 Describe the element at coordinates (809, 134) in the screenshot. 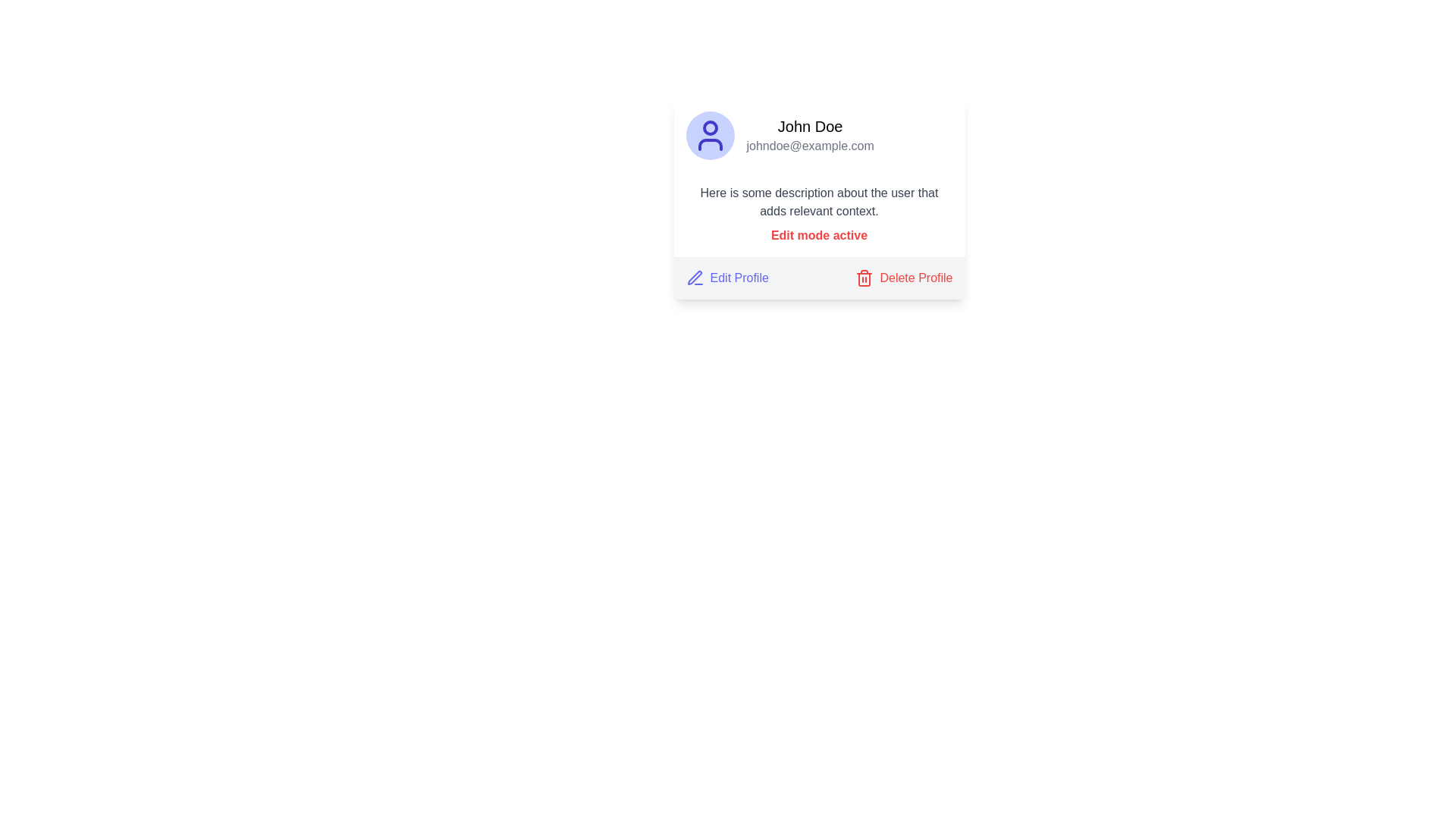

I see `the Text display block that shows the user's name and email information, located in the top-right section of the card layout, right of the circular profile icon` at that location.